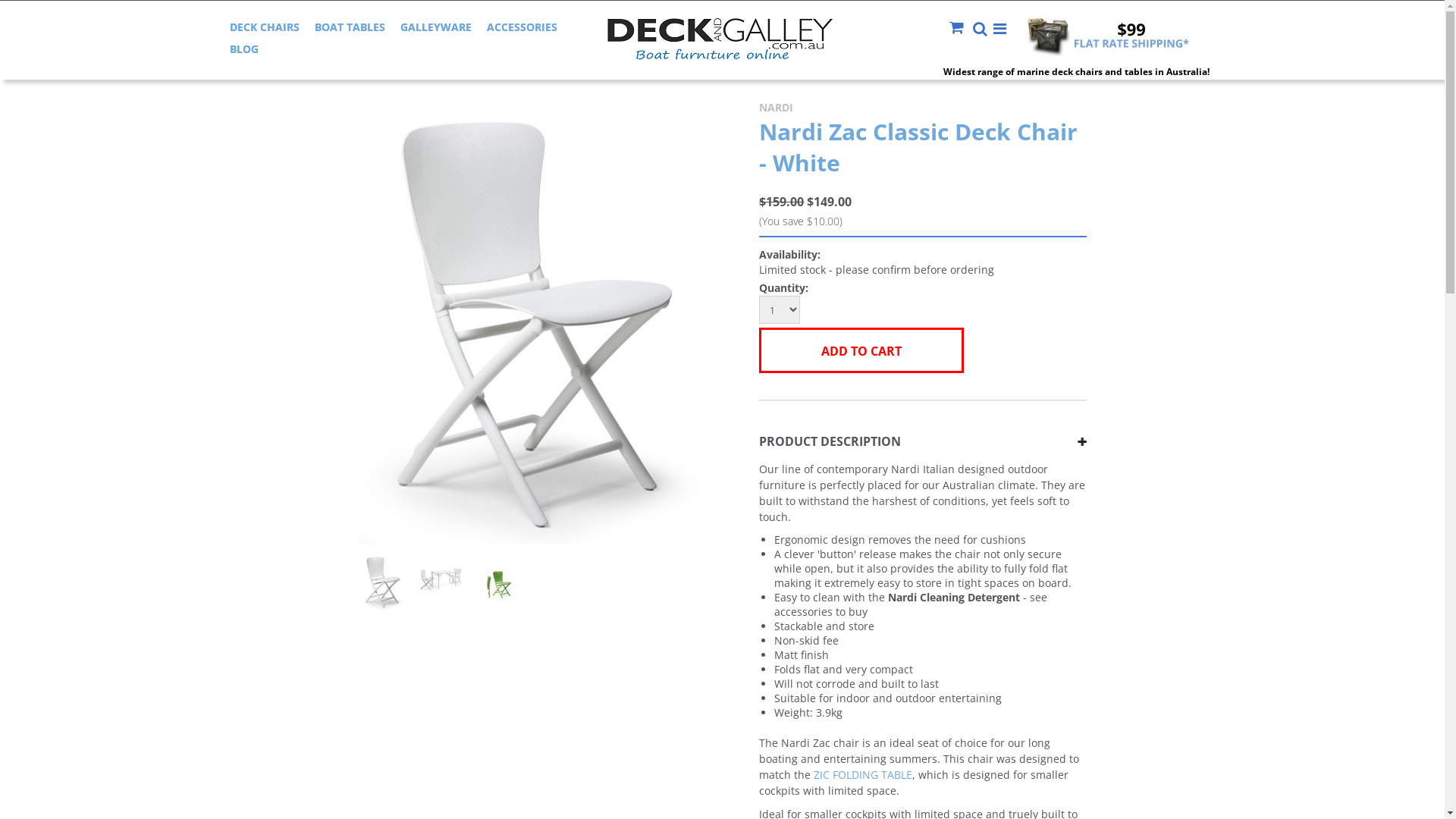 This screenshot has width=1456, height=819. Describe the element at coordinates (522, 27) in the screenshot. I see `'ACCESSORIES'` at that location.